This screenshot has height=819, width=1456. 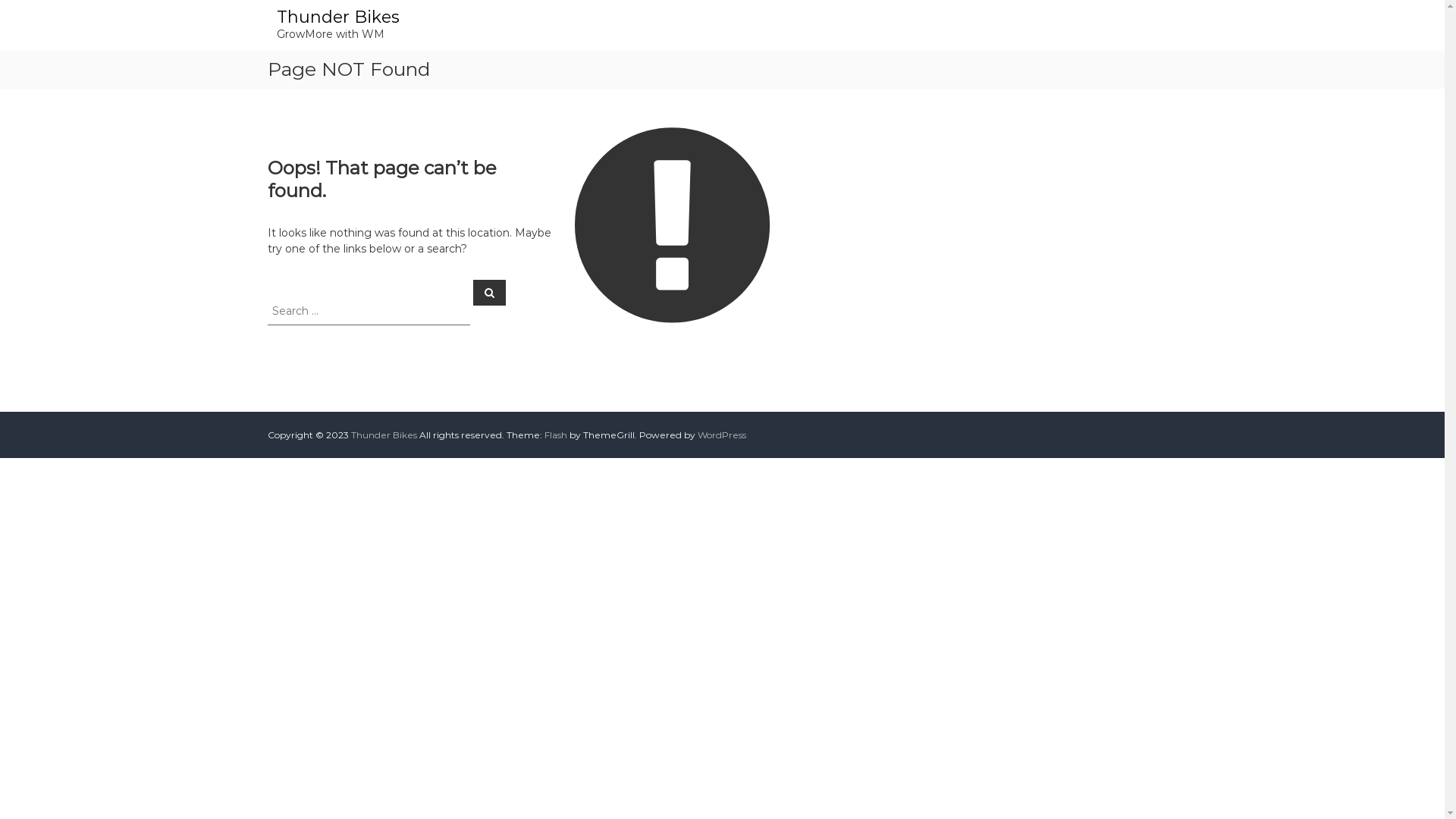 What do you see at coordinates (697, 435) in the screenshot?
I see `'WordPress'` at bounding box center [697, 435].